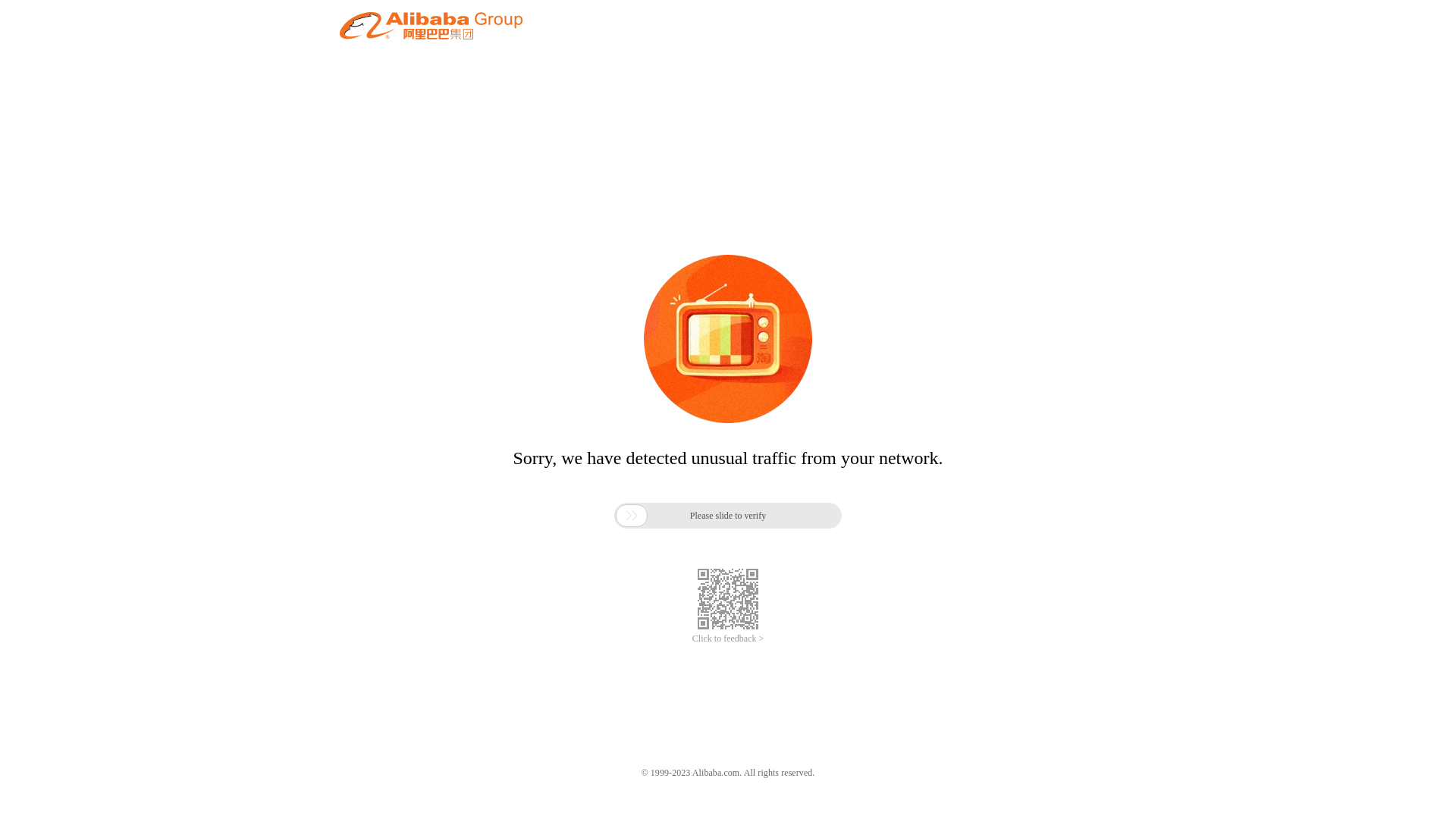  I want to click on 'Click to feedback >', so click(728, 639).